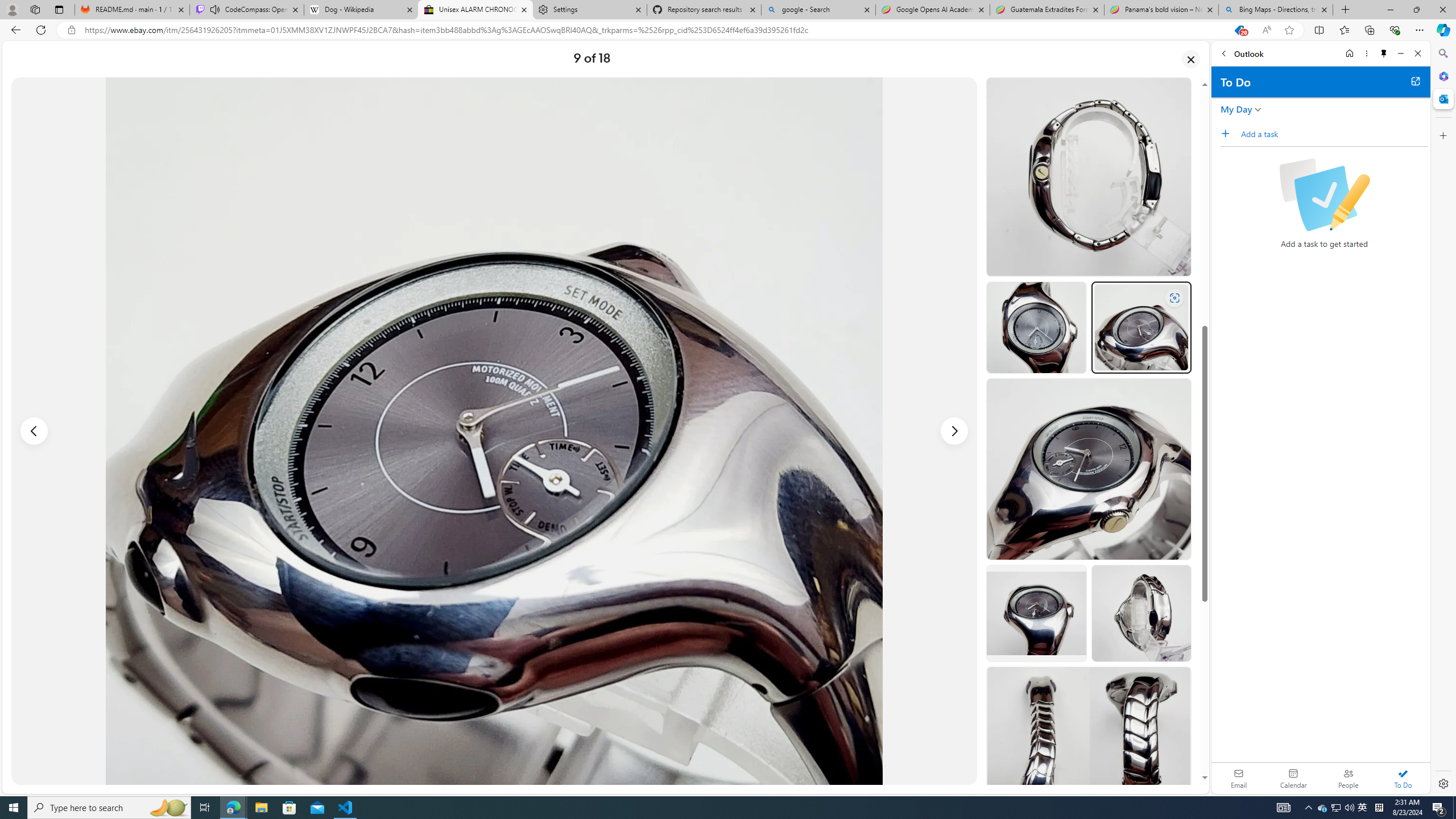 The image size is (1456, 819). I want to click on 'Calendar. Date today is 22', so click(1293, 777).